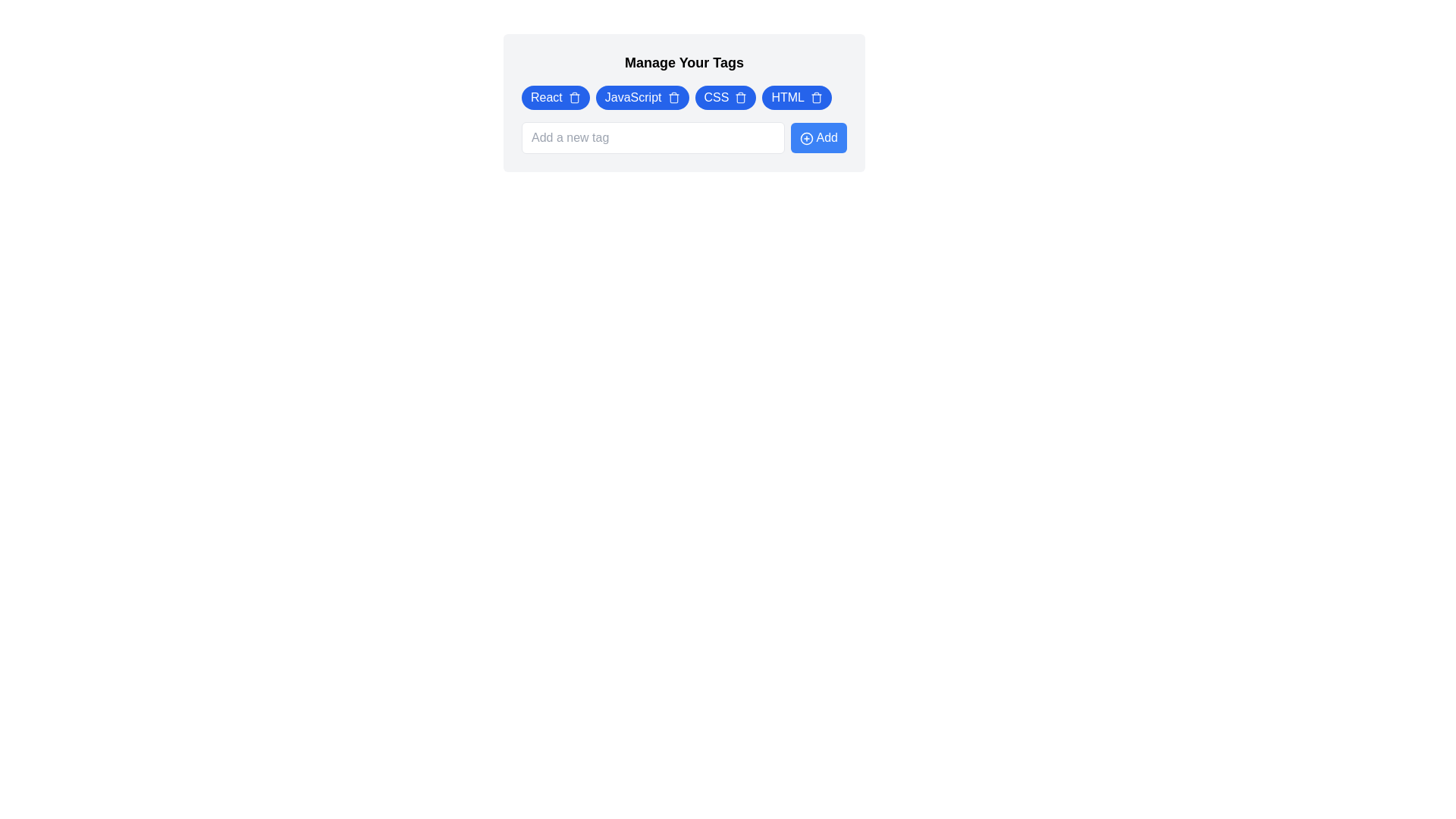 This screenshot has height=819, width=1456. What do you see at coordinates (673, 97) in the screenshot?
I see `the delete icon button for the 'JavaScript' tag to potentially see a tooltip` at bounding box center [673, 97].